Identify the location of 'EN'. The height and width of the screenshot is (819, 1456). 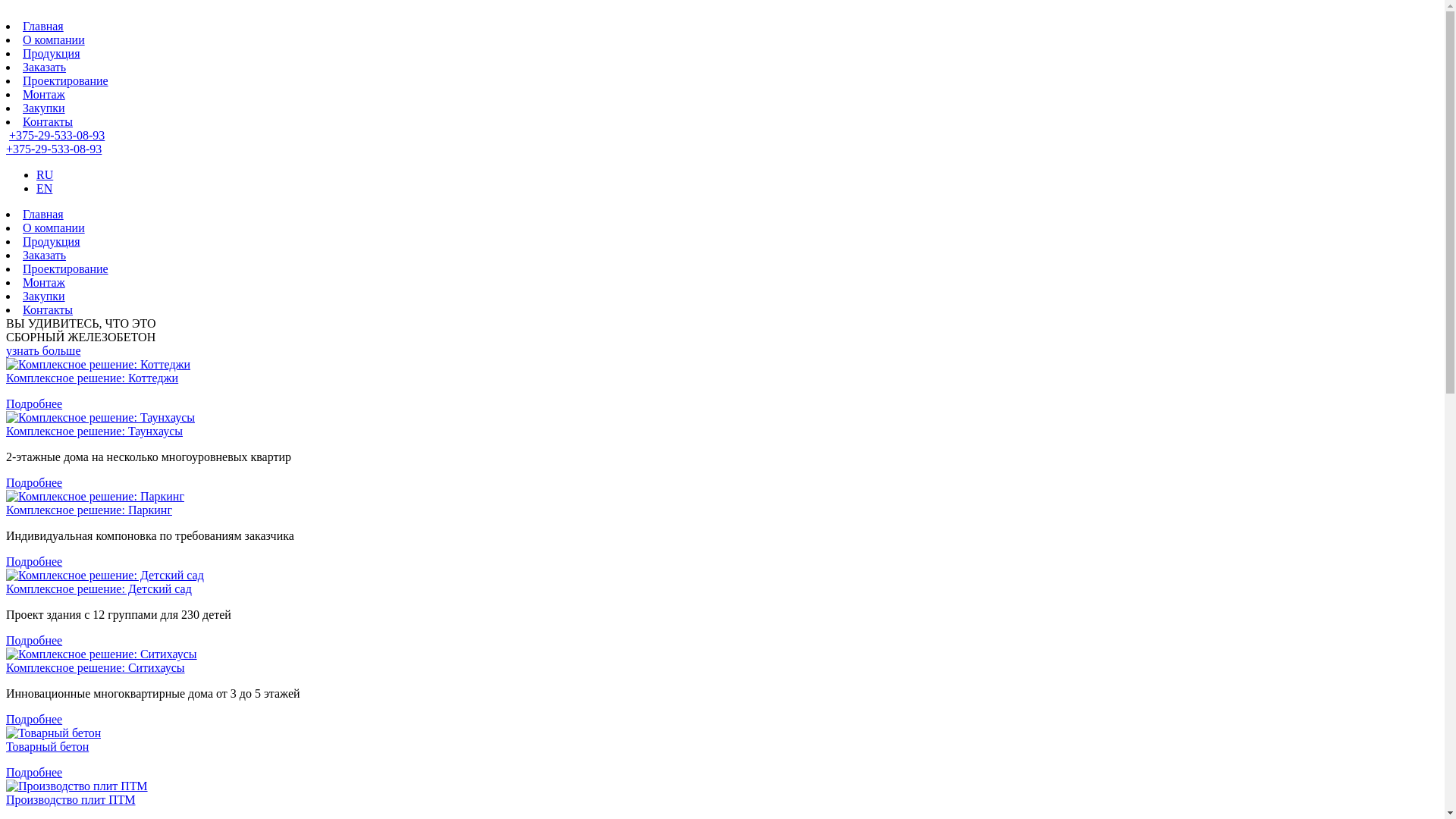
(44, 187).